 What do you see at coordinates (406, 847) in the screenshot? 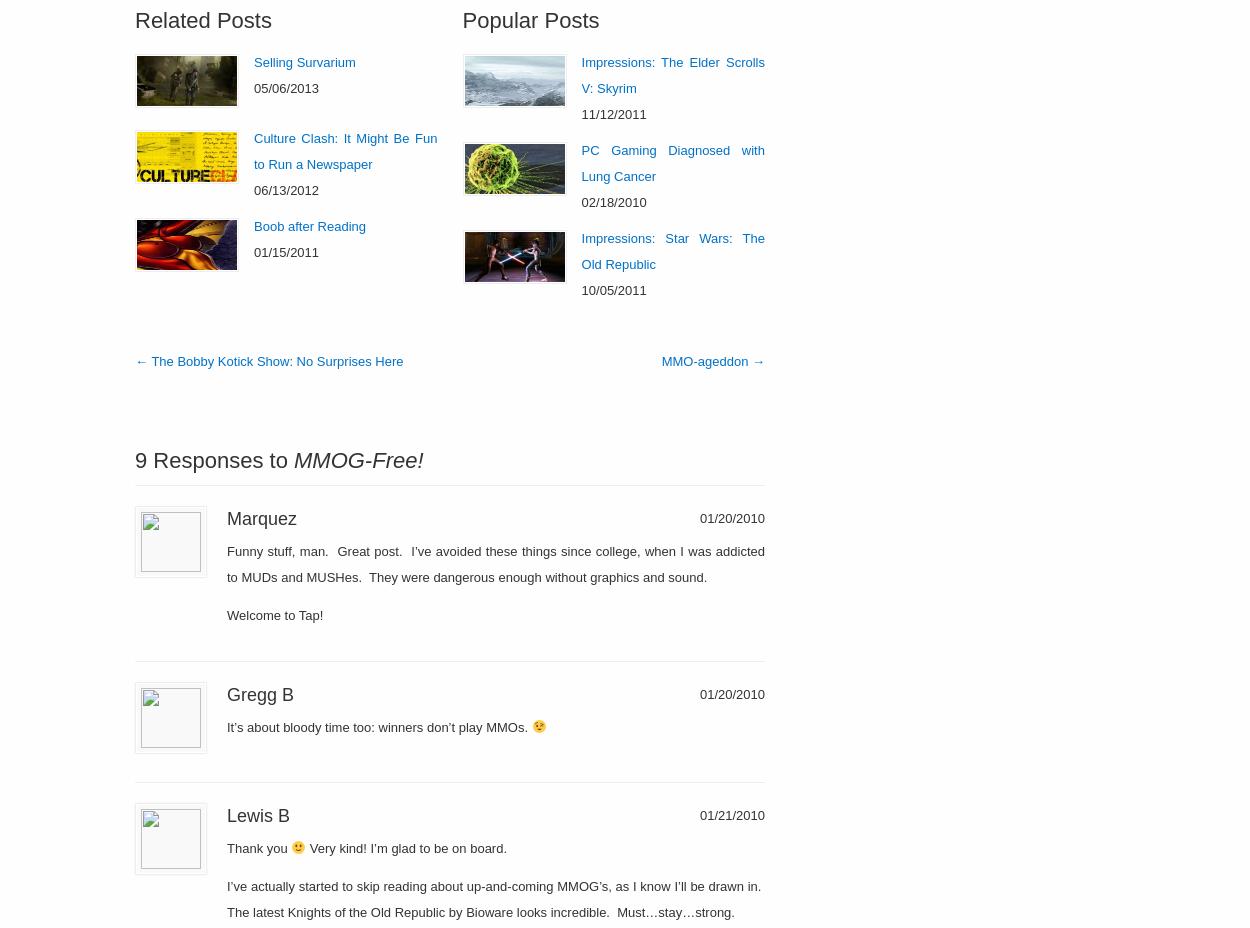
I see `'Very kind! I’m glad to be on board.'` at bounding box center [406, 847].